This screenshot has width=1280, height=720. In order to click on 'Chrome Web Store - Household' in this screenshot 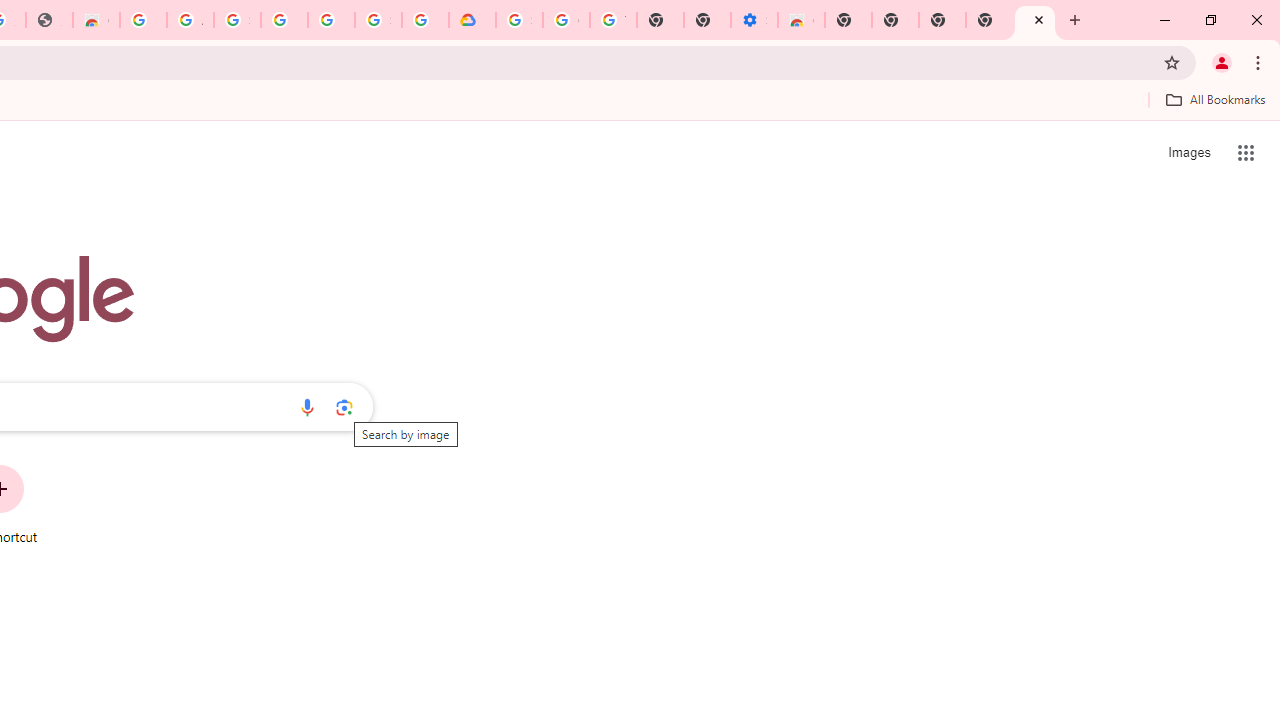, I will do `click(95, 20)`.